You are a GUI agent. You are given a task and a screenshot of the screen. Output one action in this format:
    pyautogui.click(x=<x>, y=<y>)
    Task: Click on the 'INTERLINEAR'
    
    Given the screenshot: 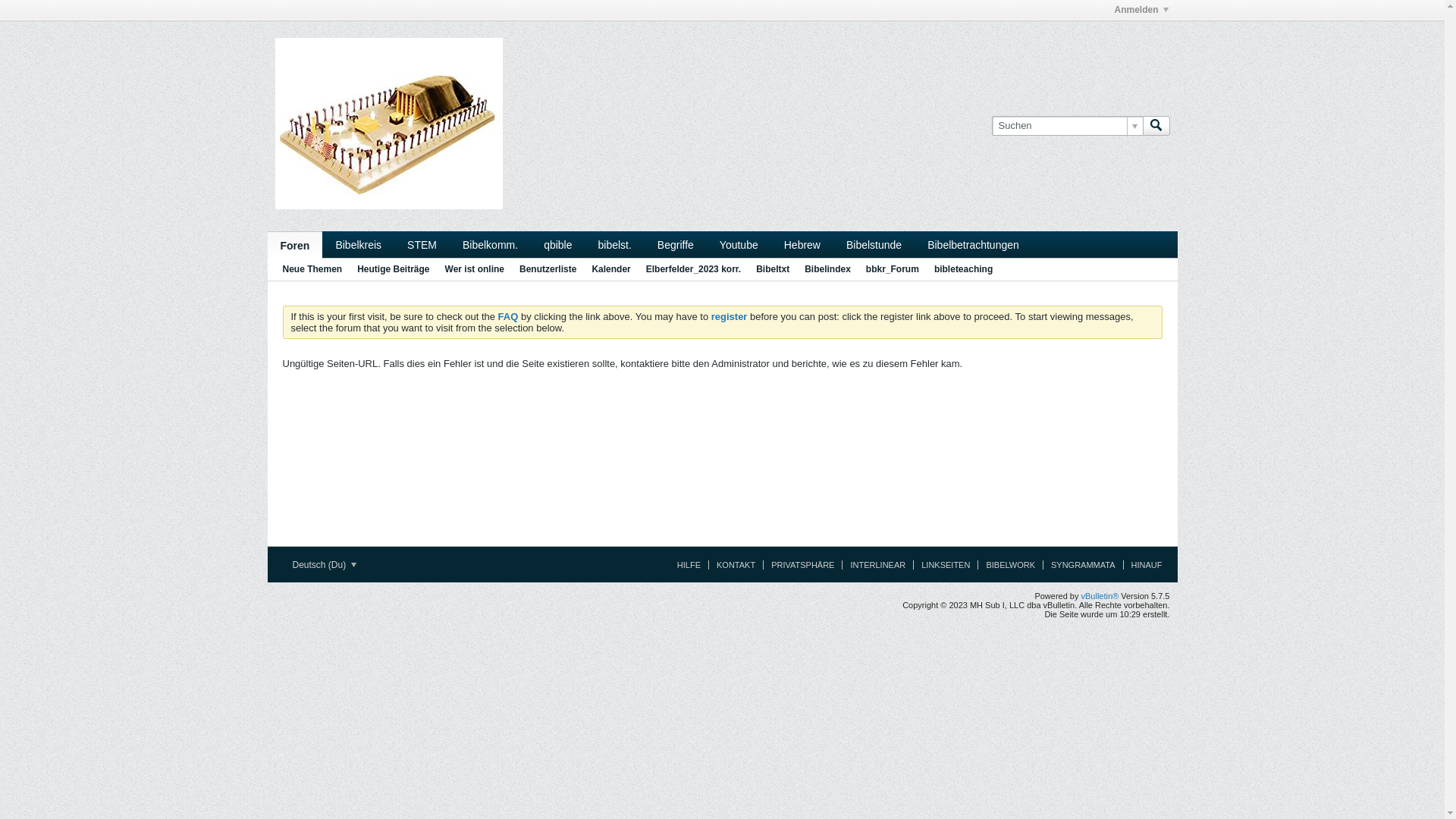 What is the action you would take?
    pyautogui.click(x=874, y=564)
    